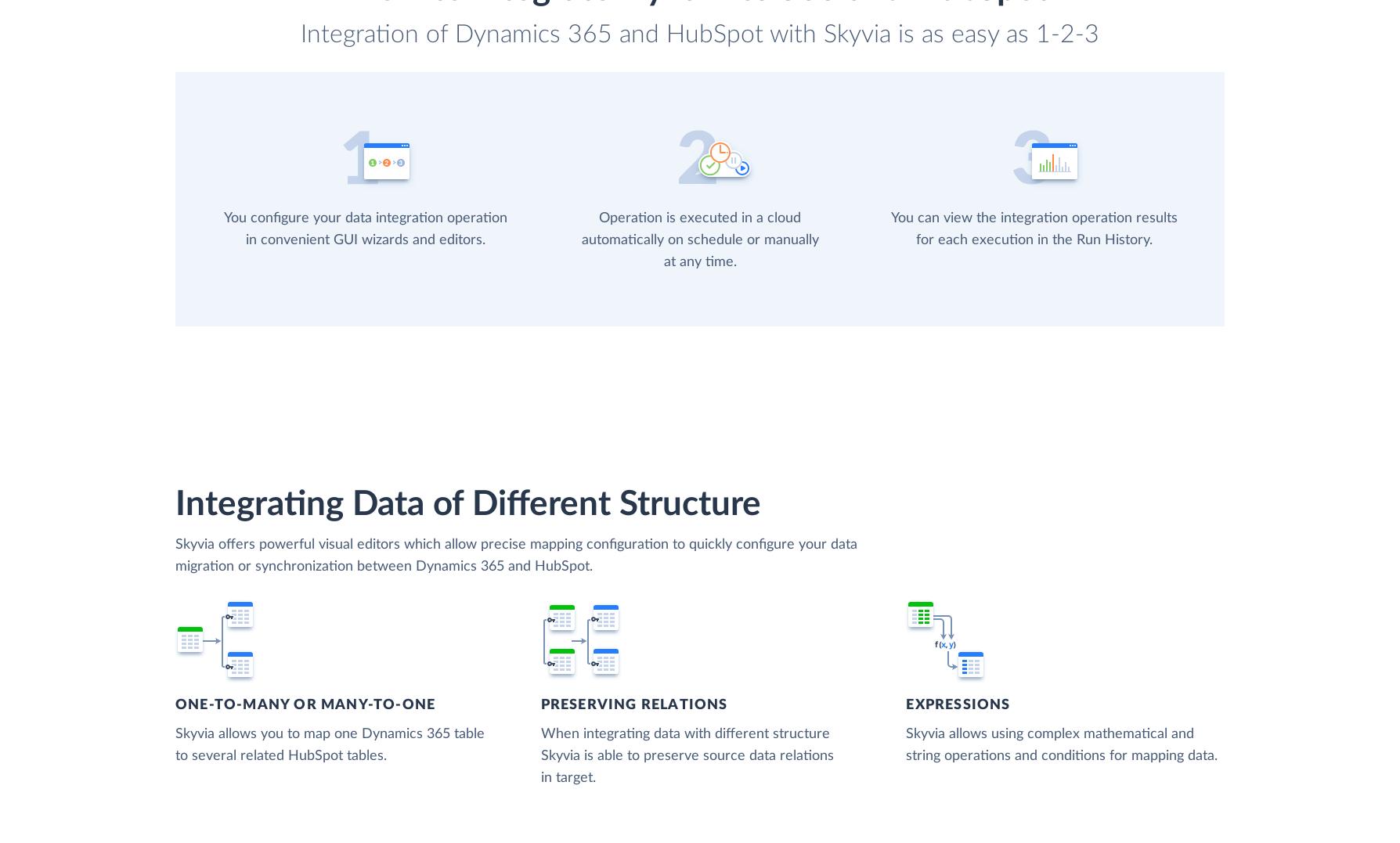  I want to click on 'Skyvia offers powerful visual editors which allow precise mapping configuration to quickly configure your data migration or synchronization between Dynamics 365 and HubSpot.', so click(516, 554).